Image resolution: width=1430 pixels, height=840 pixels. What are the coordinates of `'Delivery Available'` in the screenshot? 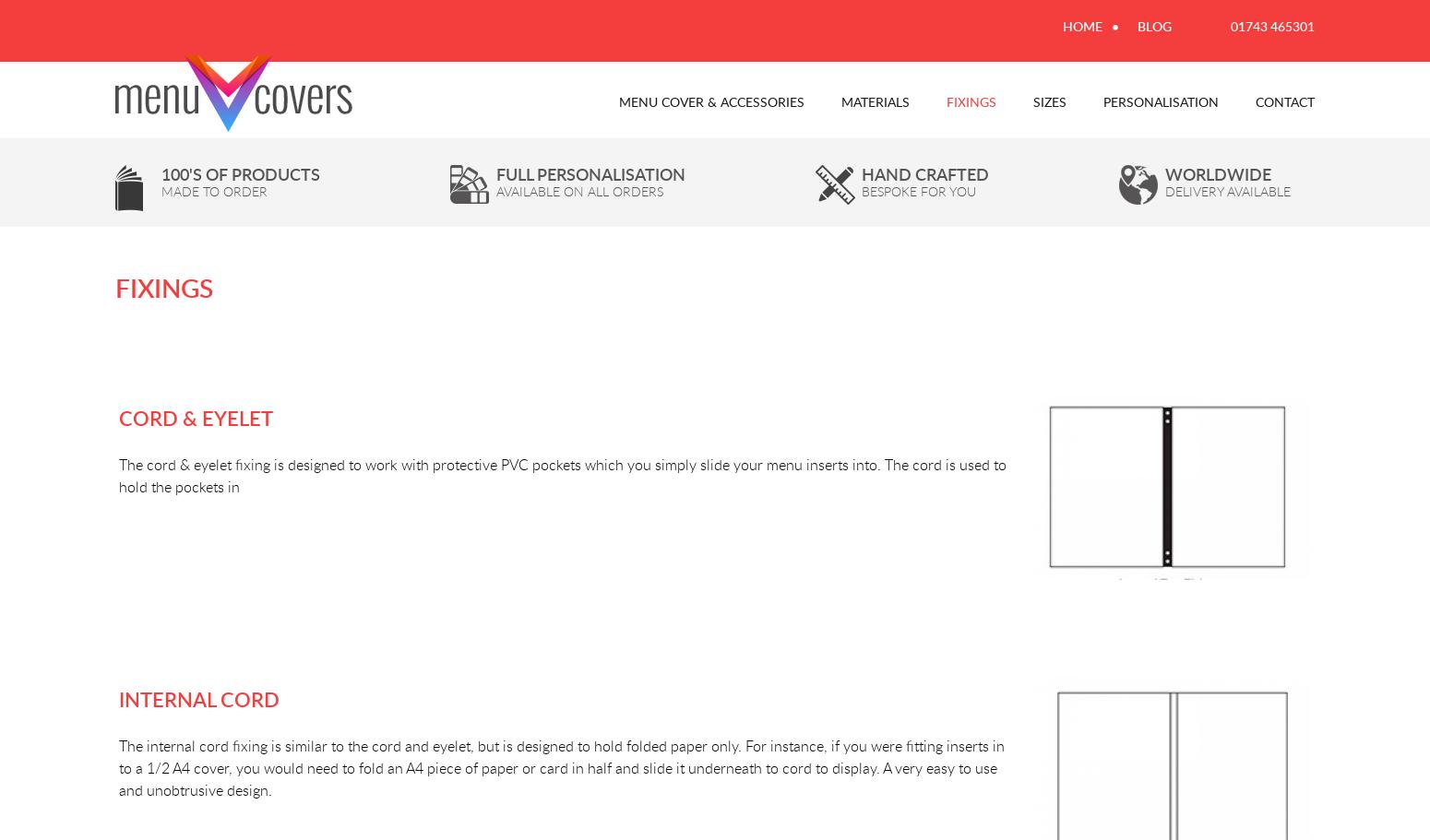 It's located at (1163, 190).